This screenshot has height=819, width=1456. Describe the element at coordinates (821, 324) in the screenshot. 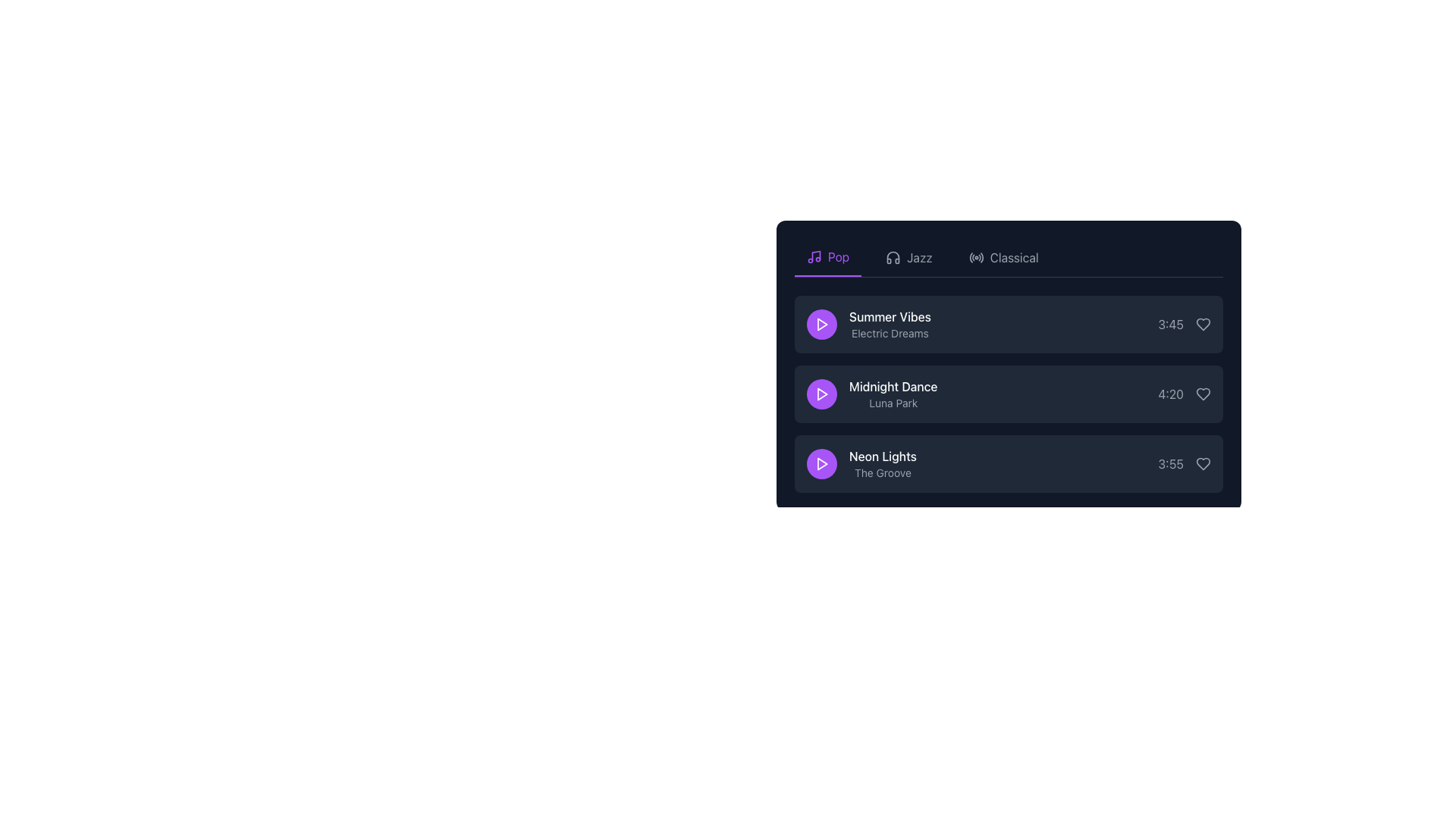

I see `the play button located to the left of the text 'Summer Vibes' in the first list item of the music playlist` at that location.